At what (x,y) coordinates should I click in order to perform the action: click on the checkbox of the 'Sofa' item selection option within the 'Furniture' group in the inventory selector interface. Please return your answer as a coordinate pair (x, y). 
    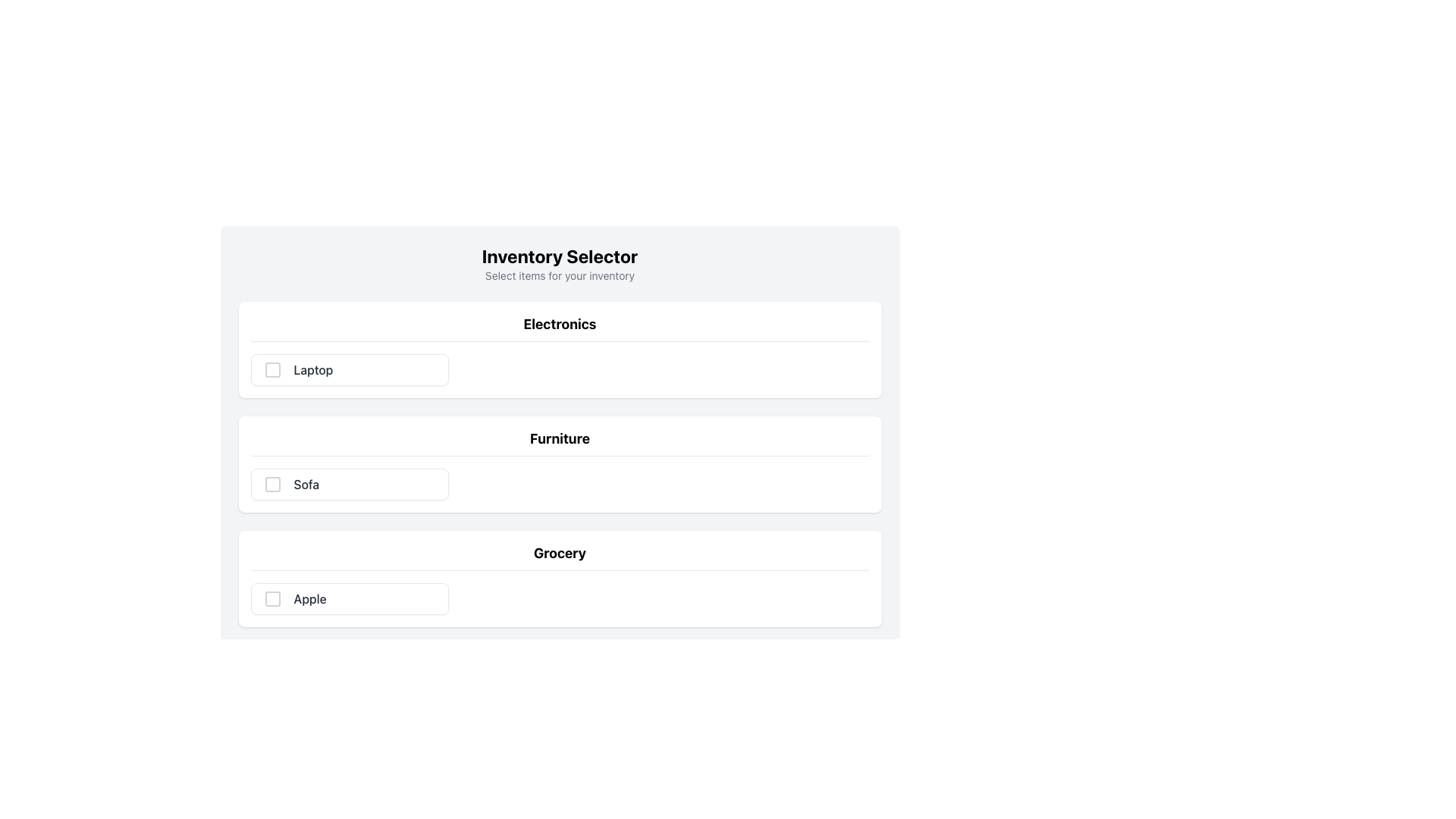
    Looking at the image, I should click on (348, 485).